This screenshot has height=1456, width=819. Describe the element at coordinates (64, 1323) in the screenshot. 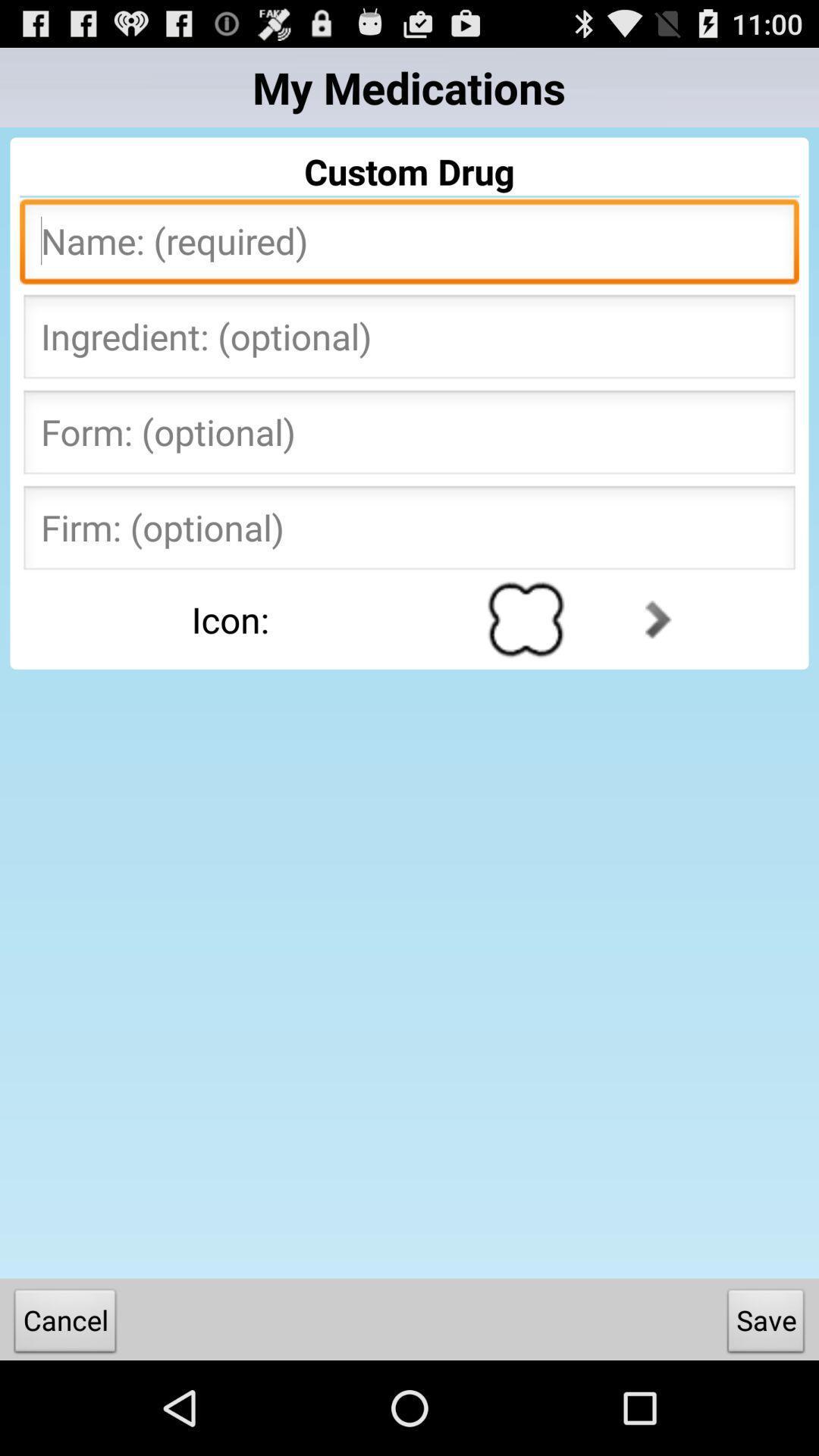

I see `cancel` at that location.